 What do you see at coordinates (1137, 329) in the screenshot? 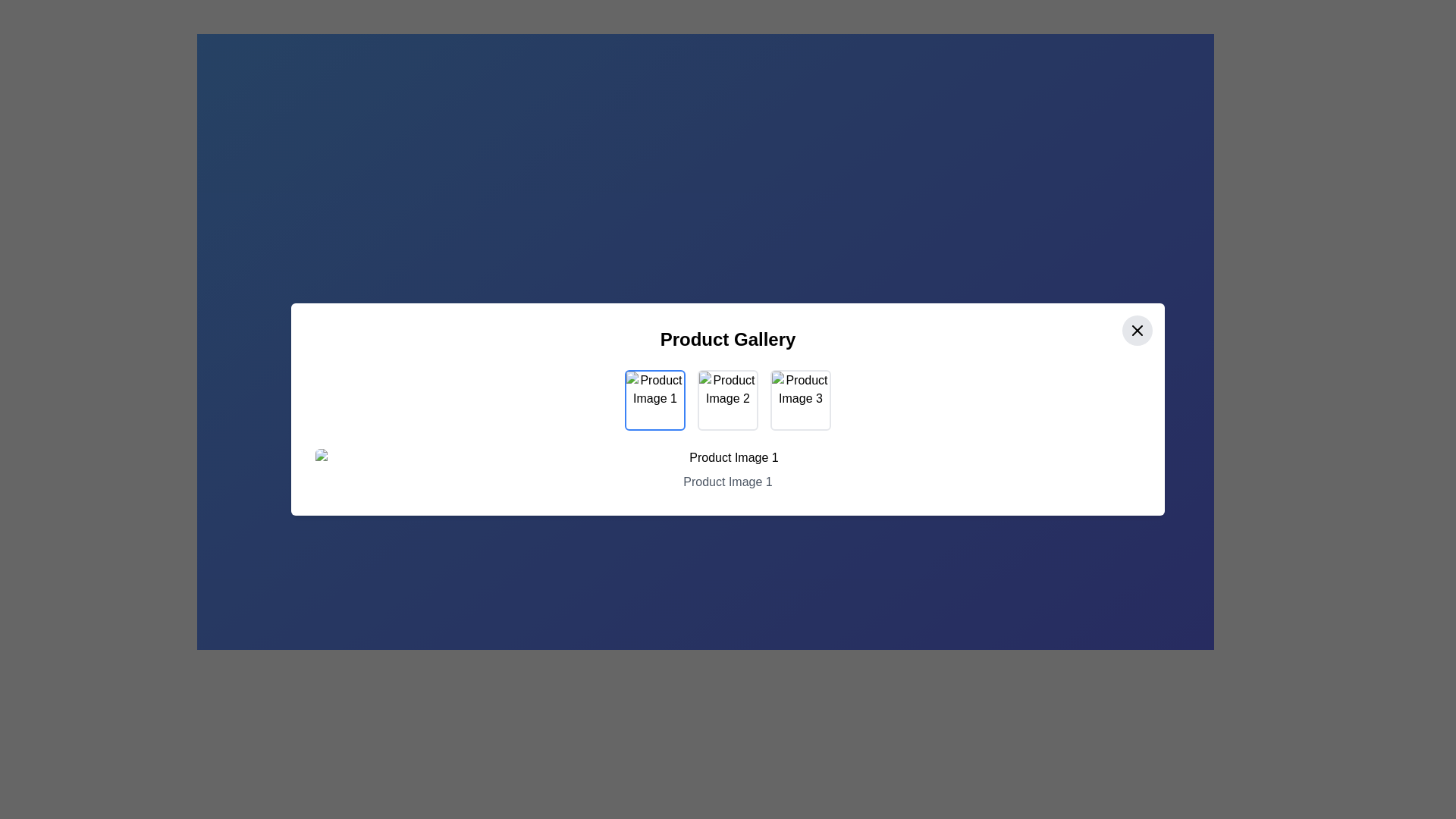
I see `the close button located in the top-right corner of the 'Product Gallery' modal dialog` at bounding box center [1137, 329].